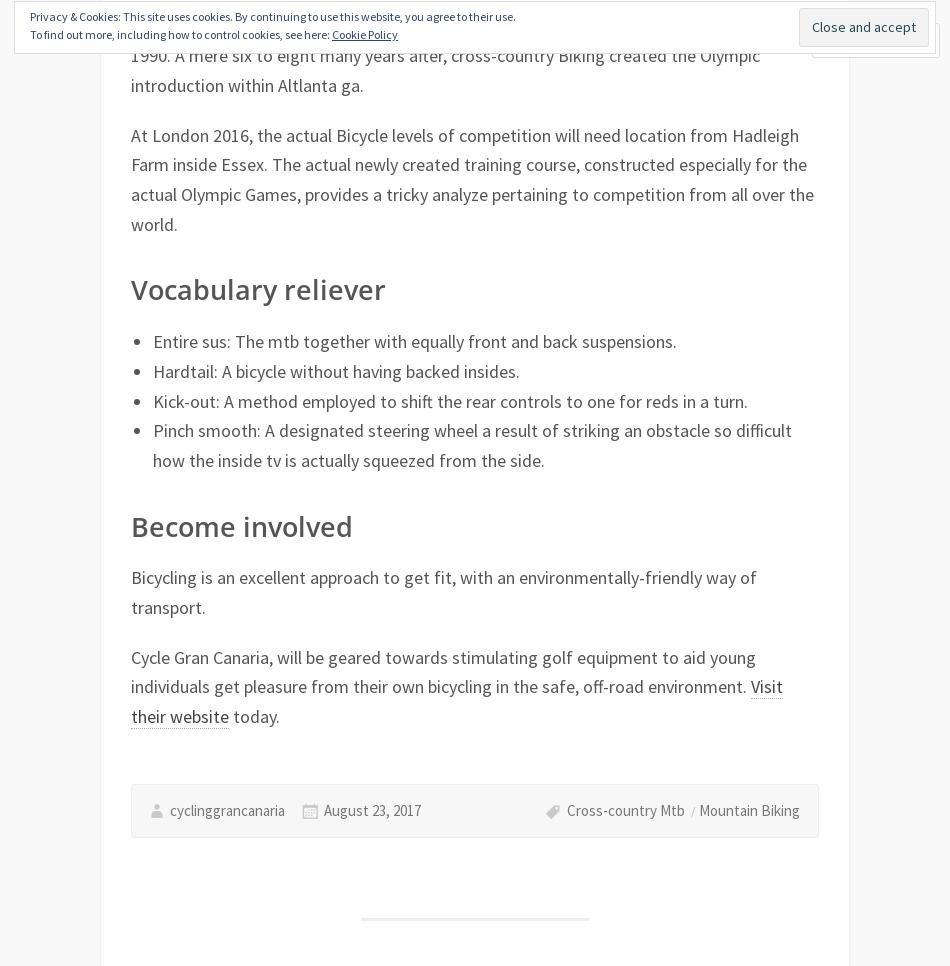 The image size is (950, 966). What do you see at coordinates (334, 369) in the screenshot?
I see `'Hardtail: A bicycle without having backed insides.'` at bounding box center [334, 369].